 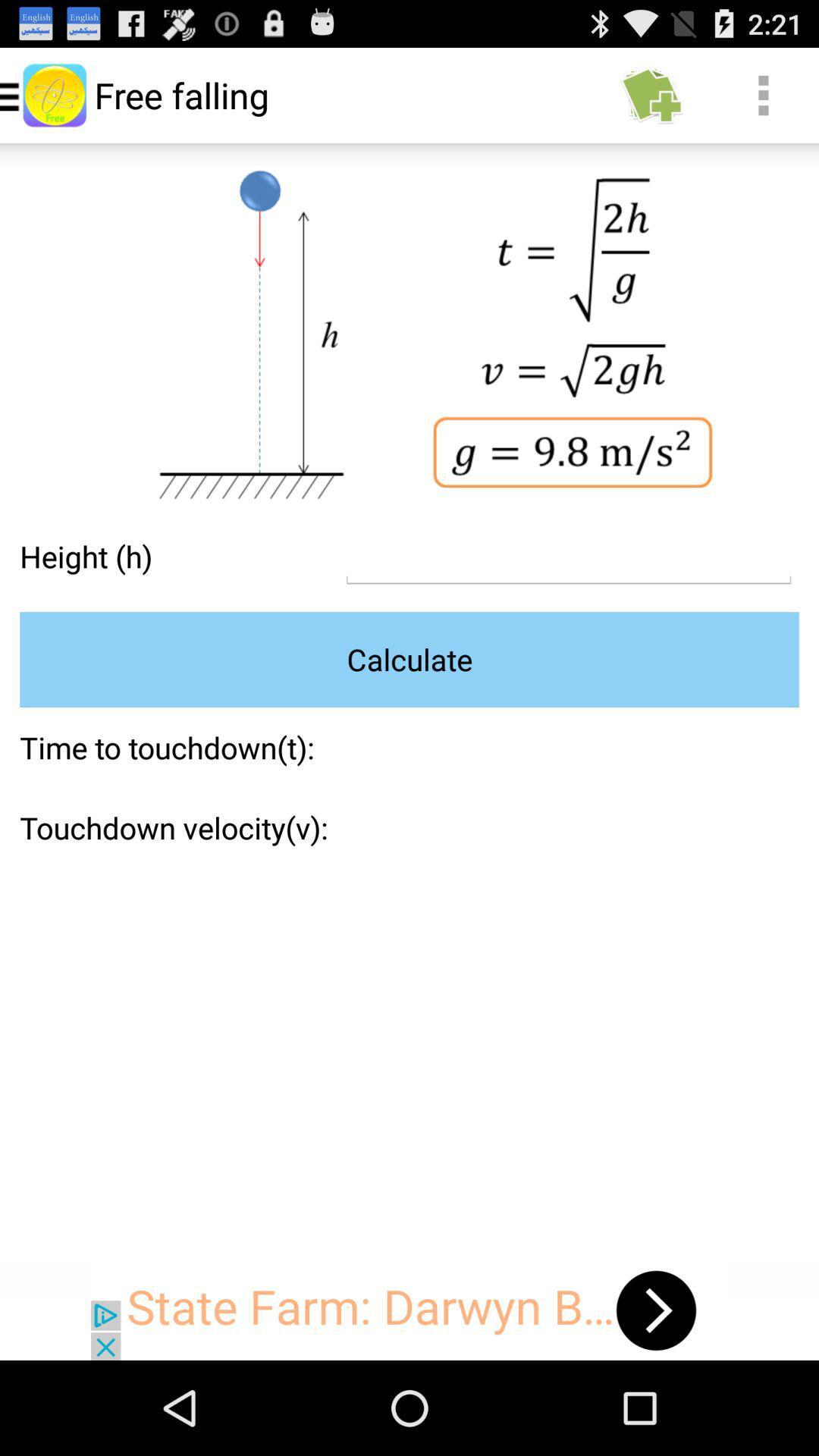 What do you see at coordinates (409, 1310) in the screenshot?
I see `banner` at bounding box center [409, 1310].